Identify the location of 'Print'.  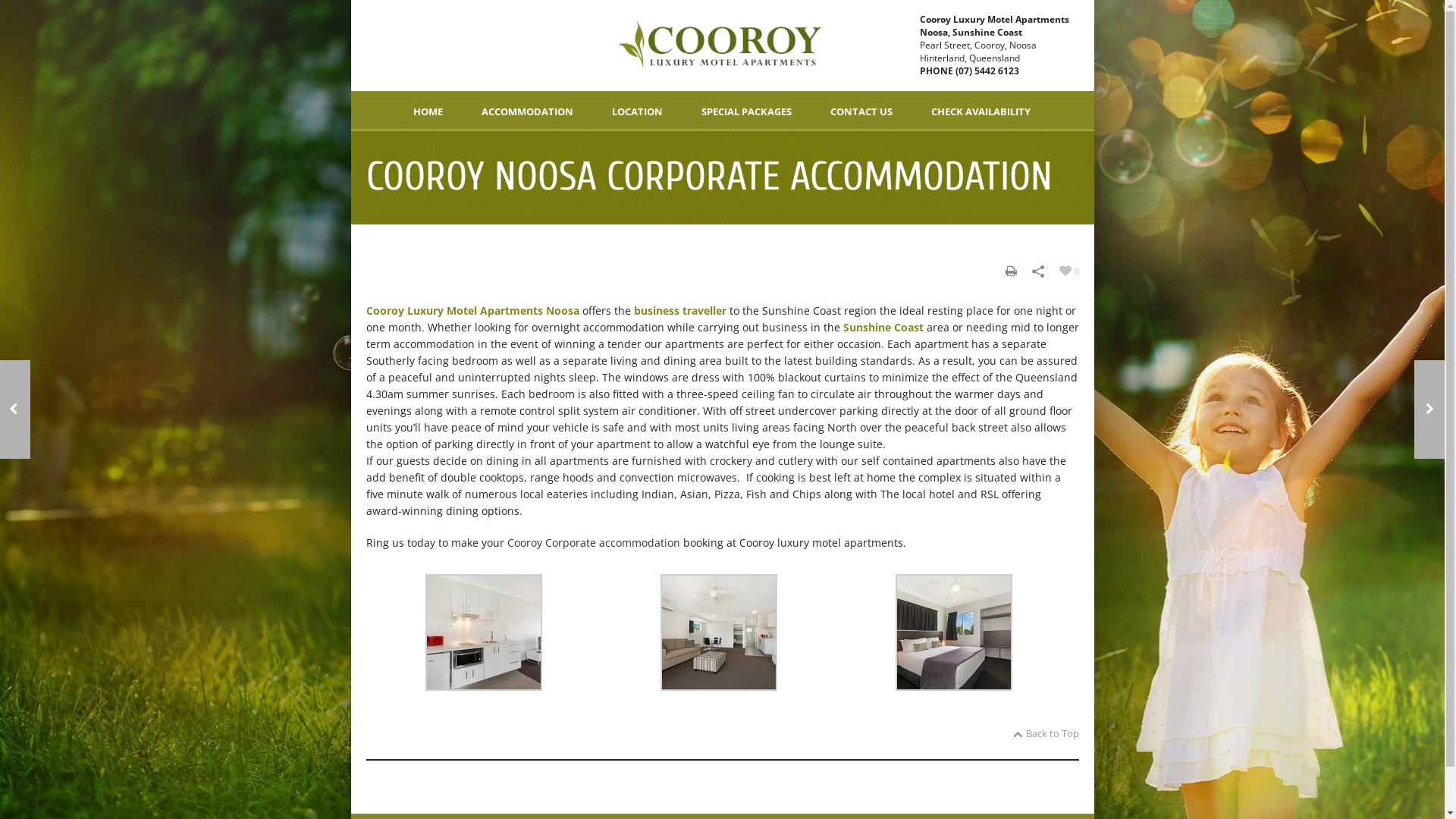
(1011, 270).